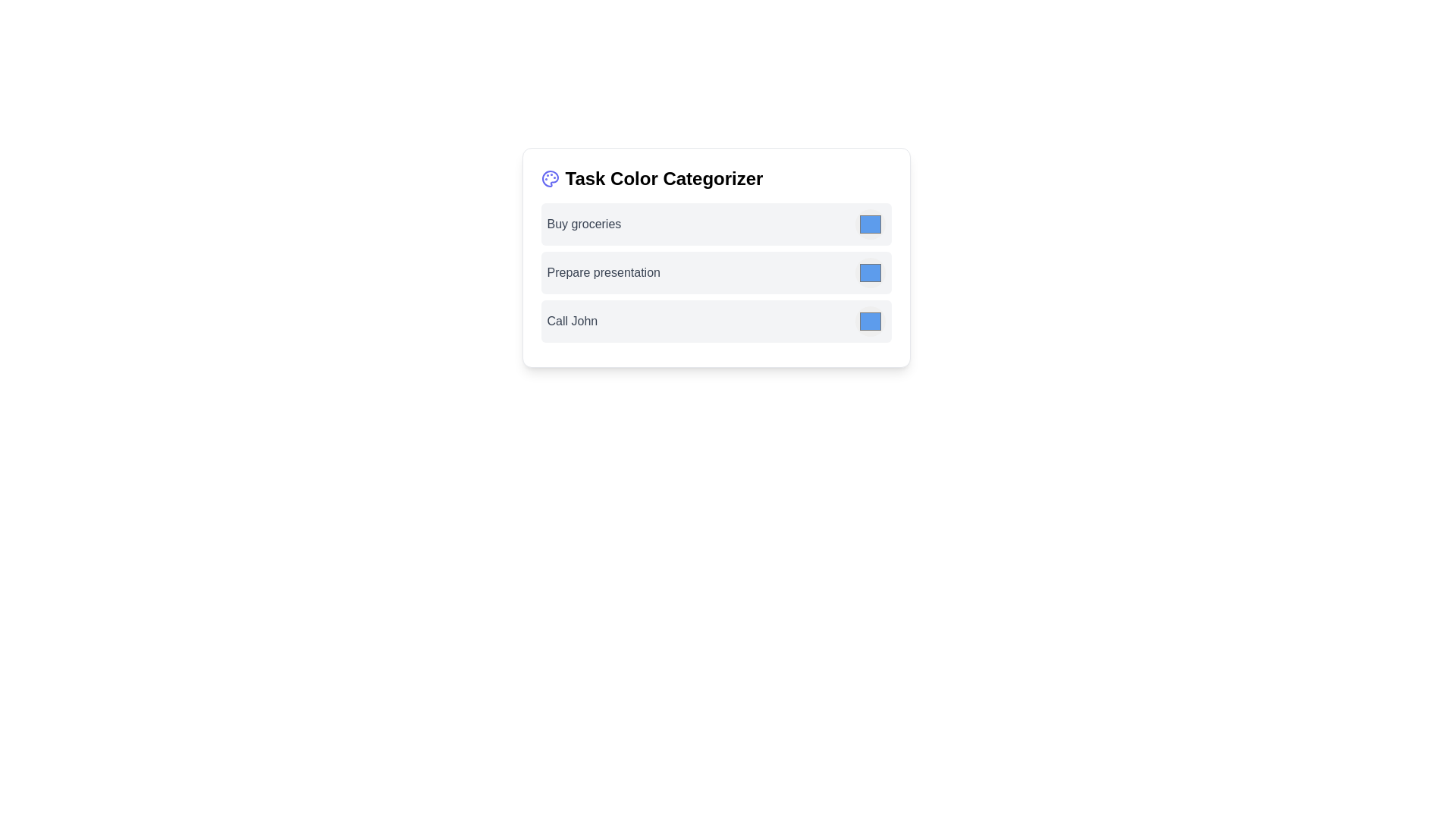 Image resolution: width=1456 pixels, height=819 pixels. Describe the element at coordinates (603, 271) in the screenshot. I see `the text label representing a task in the second row of the to-do list, located below 'Buy groceries' and above 'Call John', positioned towards the left side adjacent to a color-indicating circular icon` at that location.